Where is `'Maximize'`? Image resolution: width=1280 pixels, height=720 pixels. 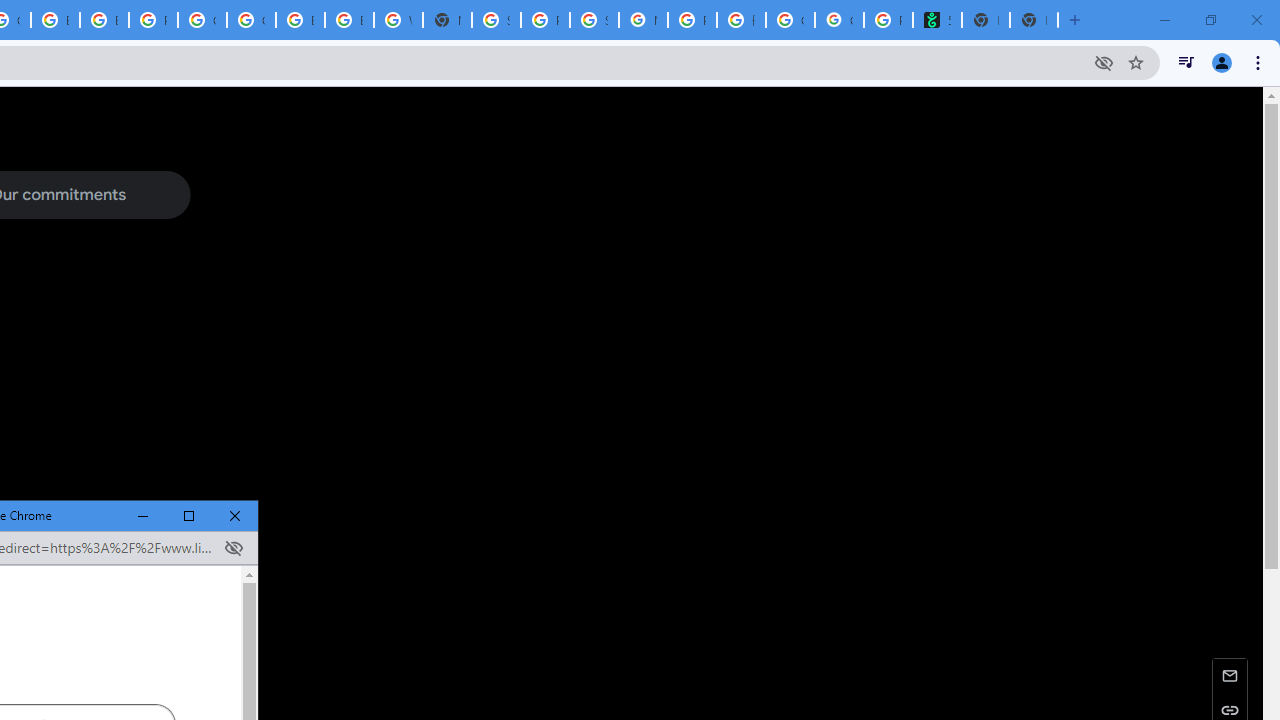 'Maximize' is located at coordinates (189, 515).